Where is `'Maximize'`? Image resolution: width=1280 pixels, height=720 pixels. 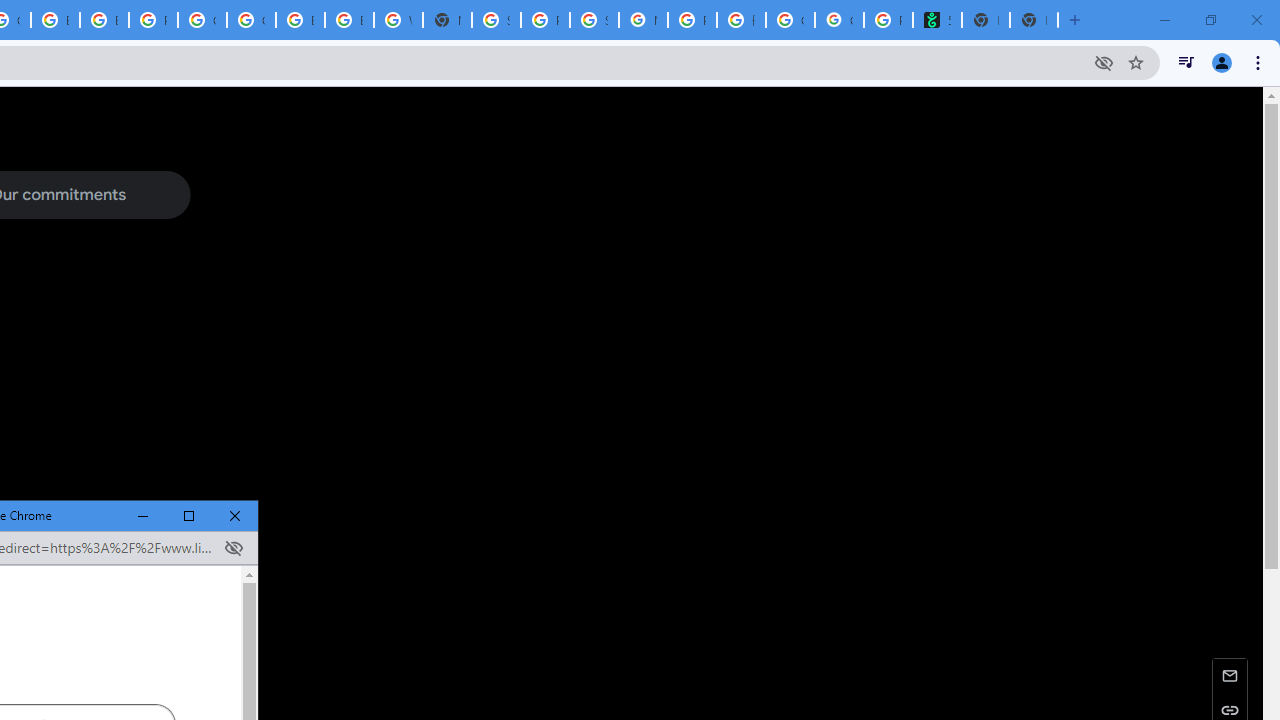 'Maximize' is located at coordinates (189, 515).